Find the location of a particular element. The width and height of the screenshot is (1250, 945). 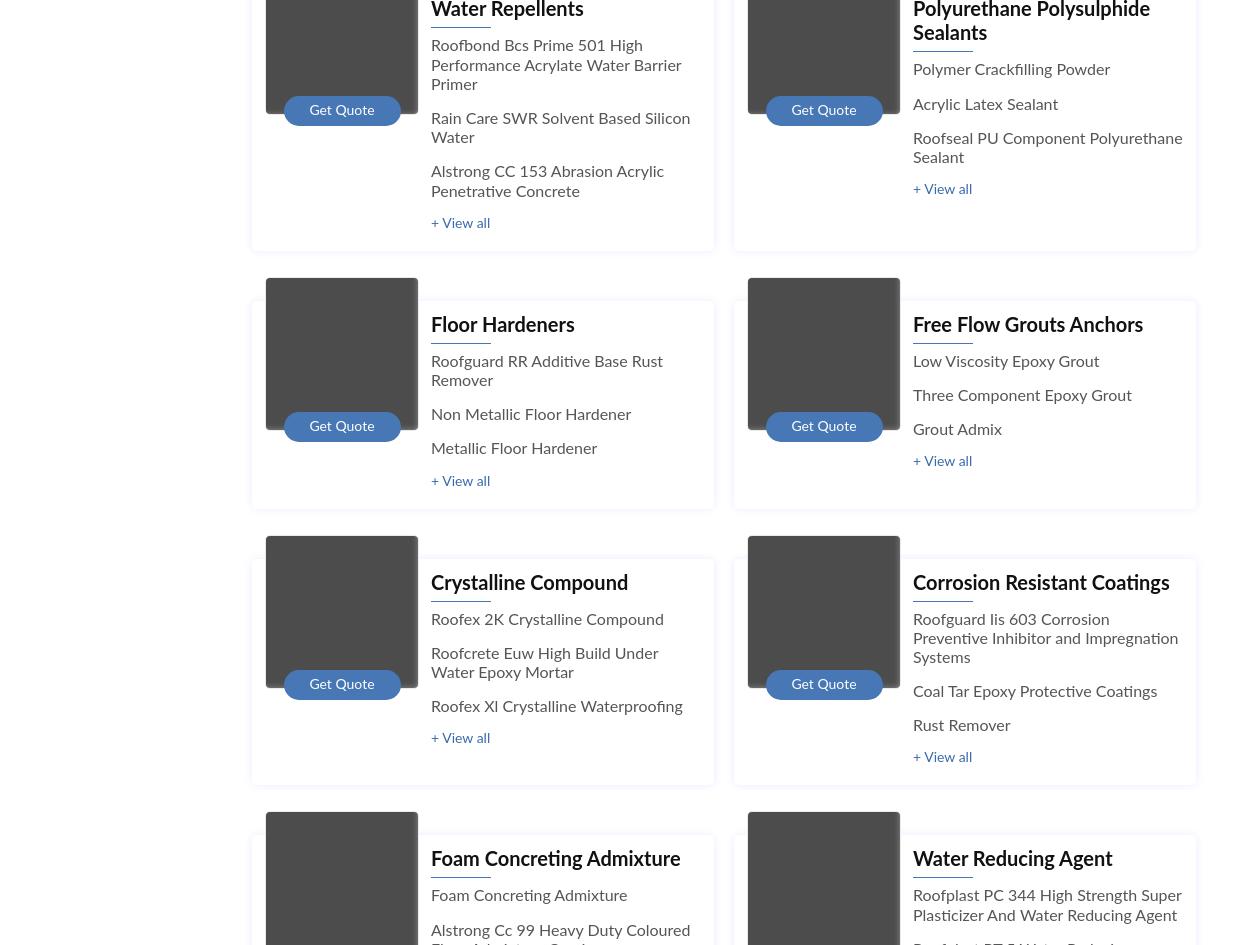

'Corrosion Resistant Coatings' is located at coordinates (1041, 582).